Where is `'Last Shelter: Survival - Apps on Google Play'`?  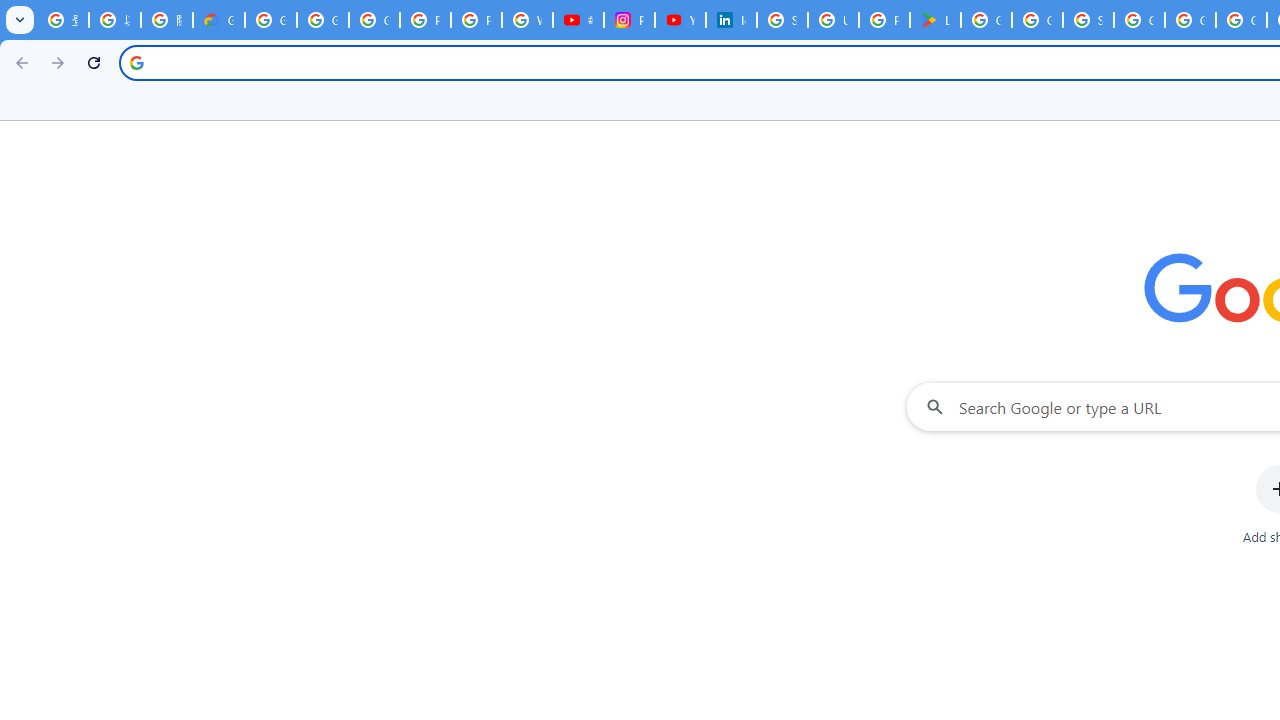
'Last Shelter: Survival - Apps on Google Play' is located at coordinates (934, 20).